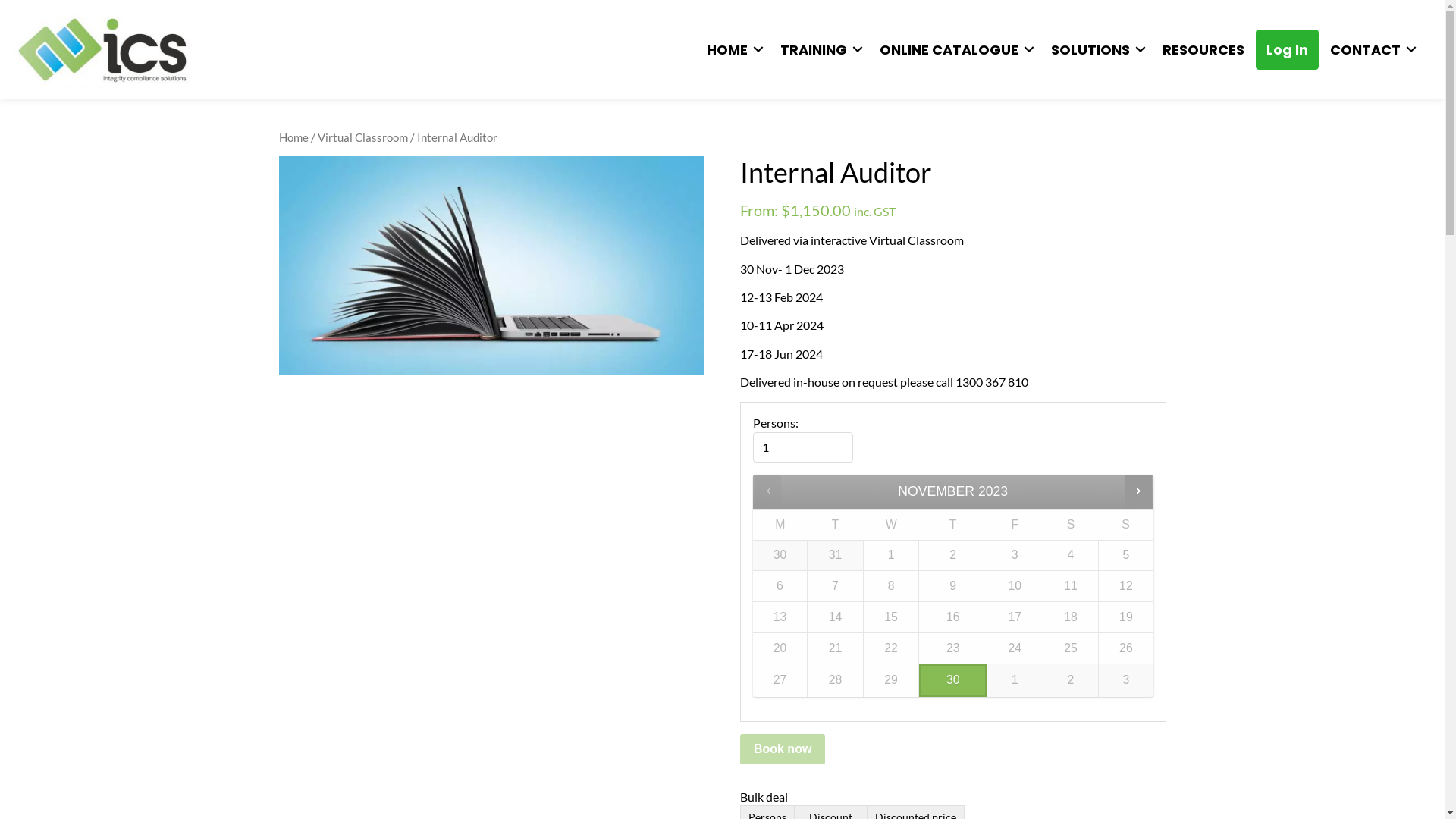  I want to click on 'ONLINE CATALOGUE', so click(953, 49).